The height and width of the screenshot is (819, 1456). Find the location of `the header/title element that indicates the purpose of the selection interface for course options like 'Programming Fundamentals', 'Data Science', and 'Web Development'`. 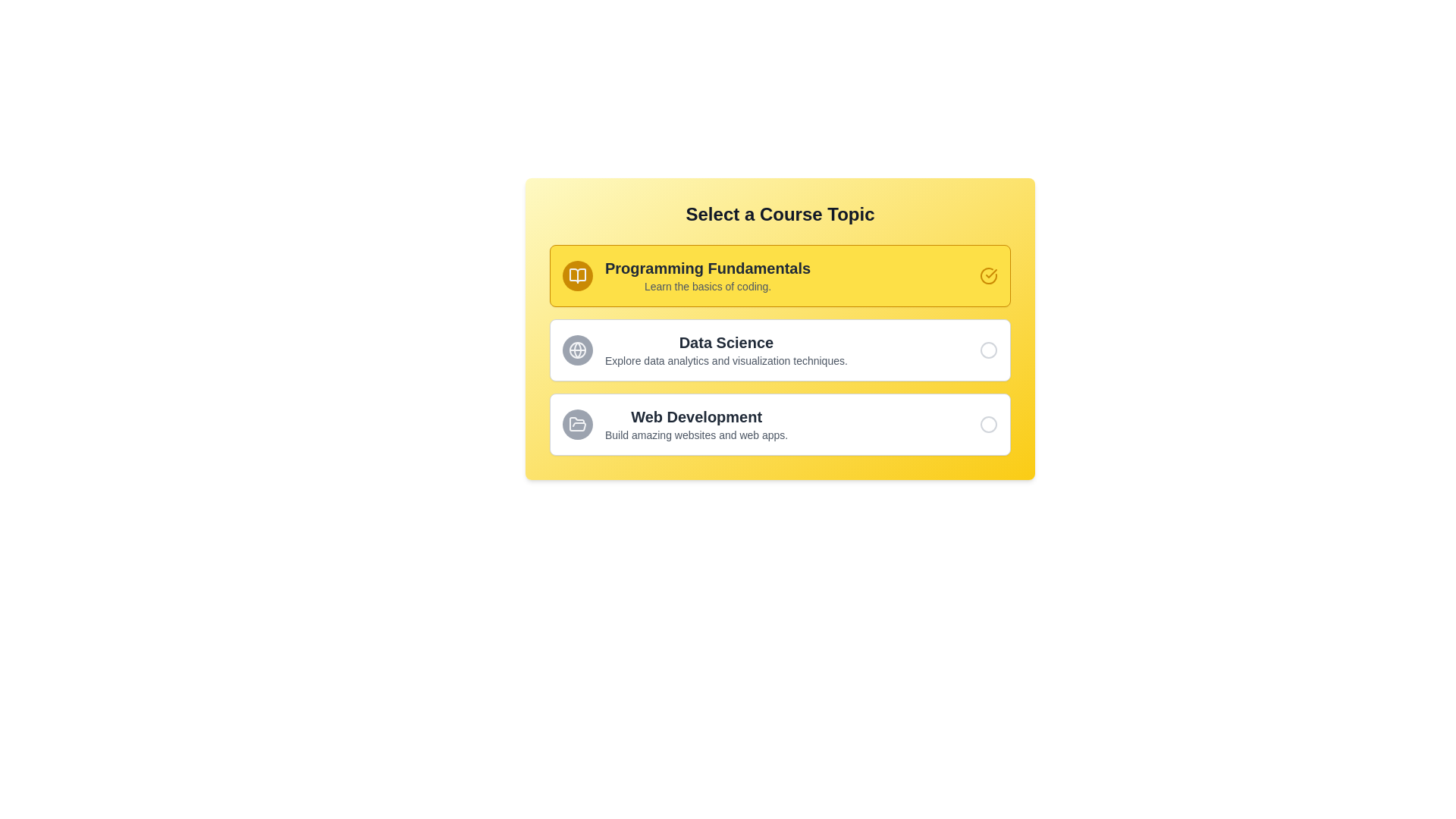

the header/title element that indicates the purpose of the selection interface for course options like 'Programming Fundamentals', 'Data Science', and 'Web Development' is located at coordinates (780, 214).